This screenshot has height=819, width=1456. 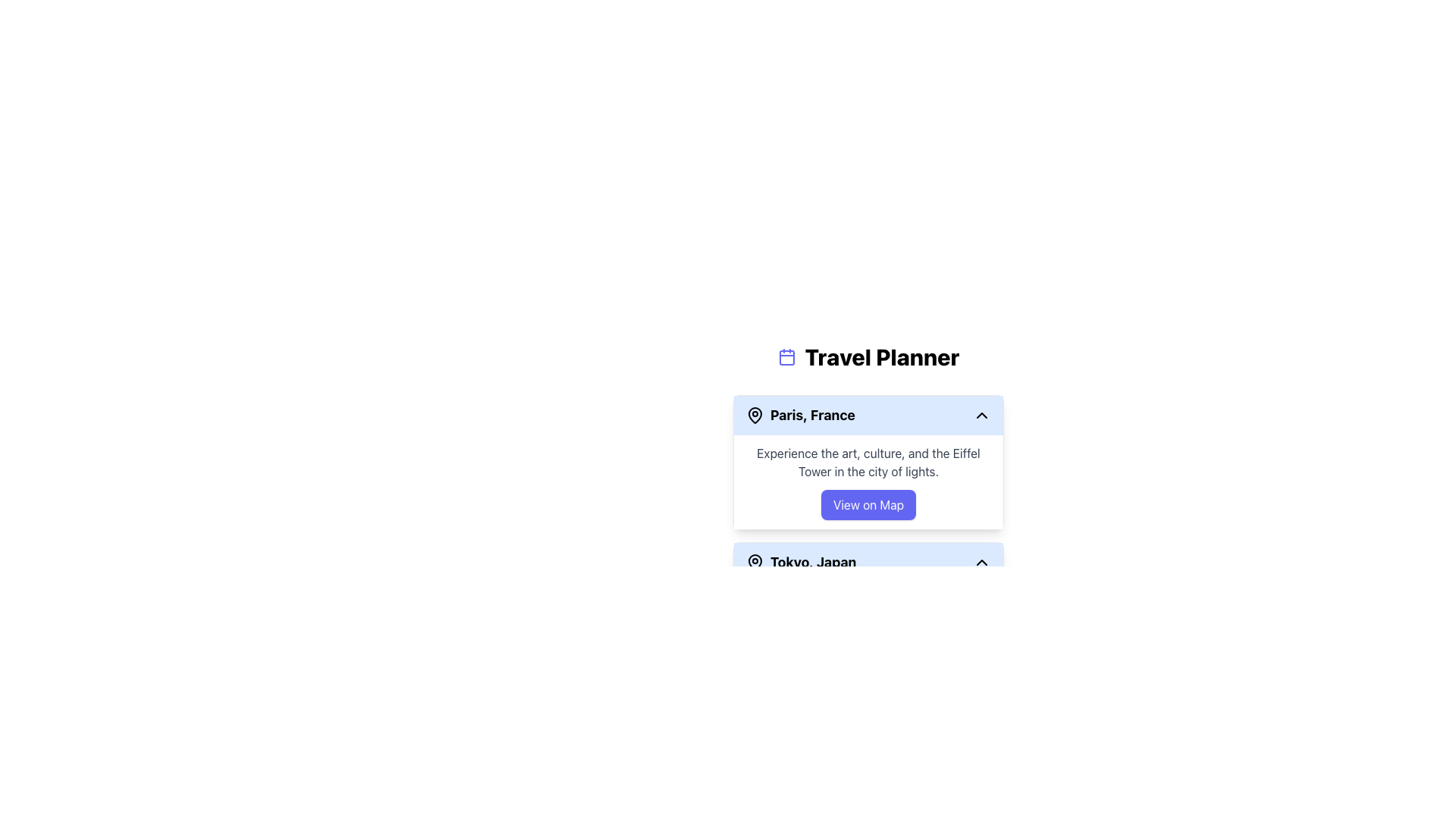 What do you see at coordinates (800, 562) in the screenshot?
I see `the Label displaying 'Tokyo, Japan' which features an icon resembling a pin or map marker on its left side` at bounding box center [800, 562].